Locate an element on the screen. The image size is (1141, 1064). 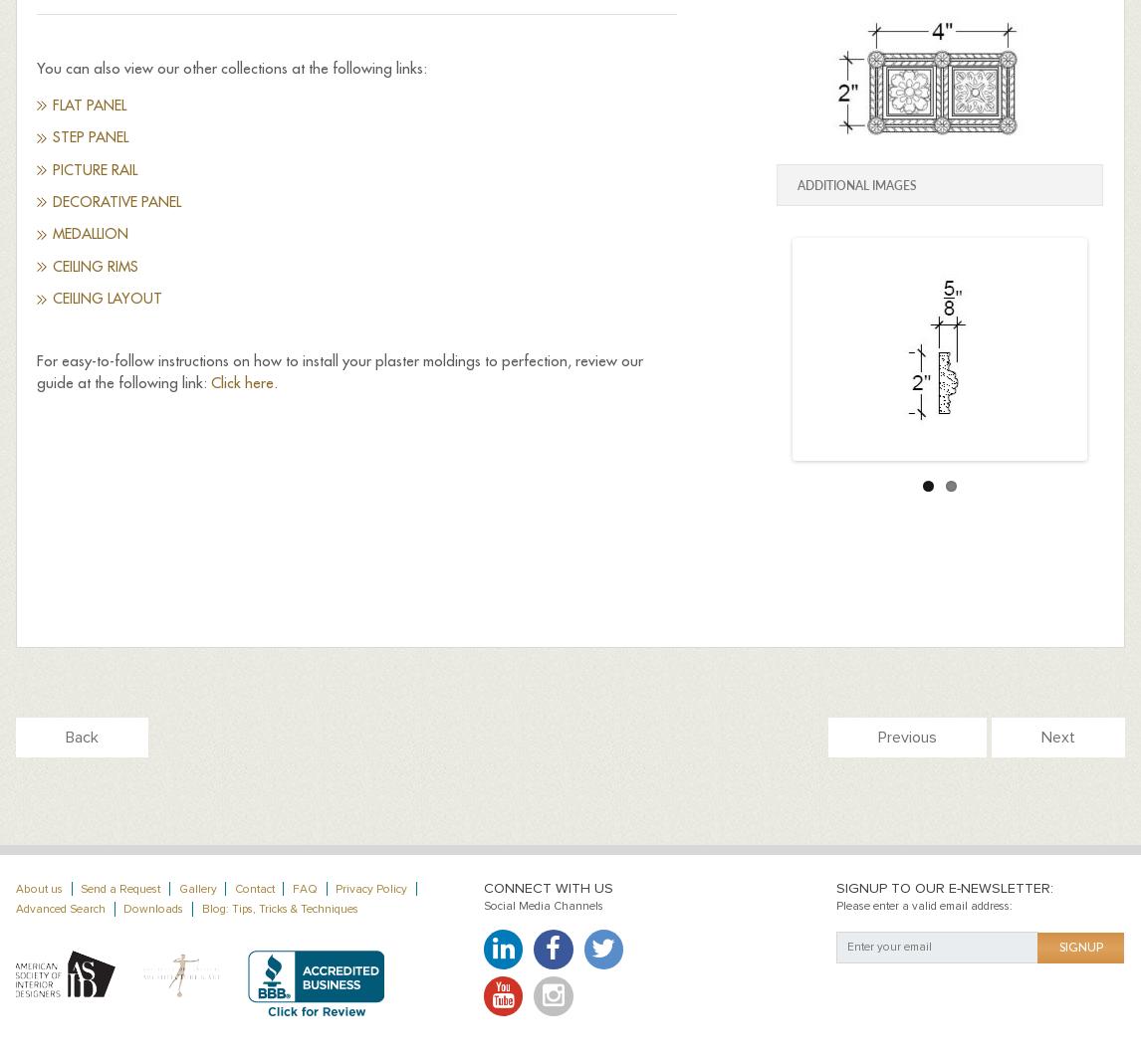
'Ceiling Rims' is located at coordinates (96, 265).